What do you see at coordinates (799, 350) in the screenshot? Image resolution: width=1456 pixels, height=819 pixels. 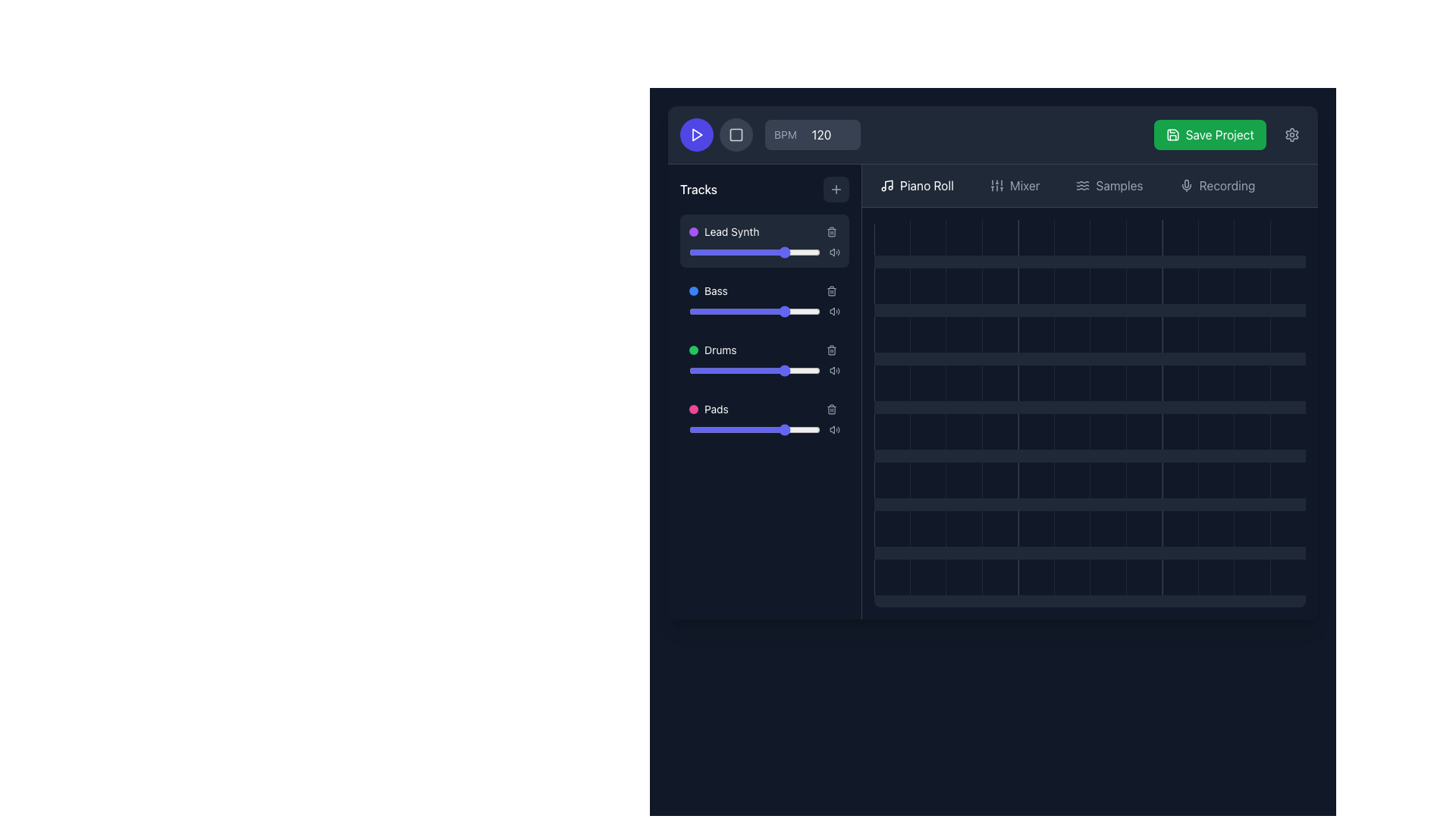 I see `the volume for the 'Drums' track` at bounding box center [799, 350].